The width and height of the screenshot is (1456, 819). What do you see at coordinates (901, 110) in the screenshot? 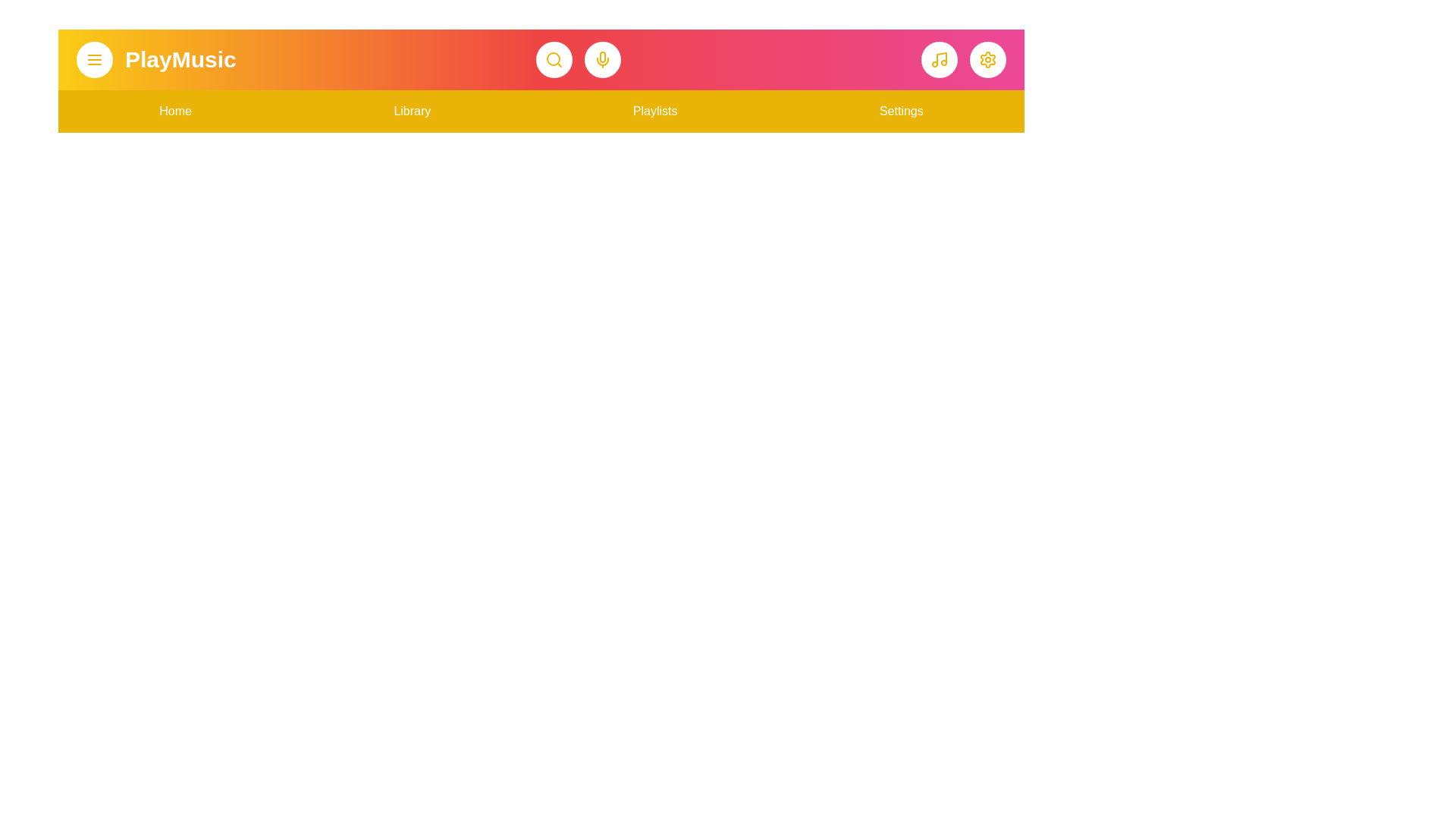
I see `the menu item to navigate to Settings` at bounding box center [901, 110].